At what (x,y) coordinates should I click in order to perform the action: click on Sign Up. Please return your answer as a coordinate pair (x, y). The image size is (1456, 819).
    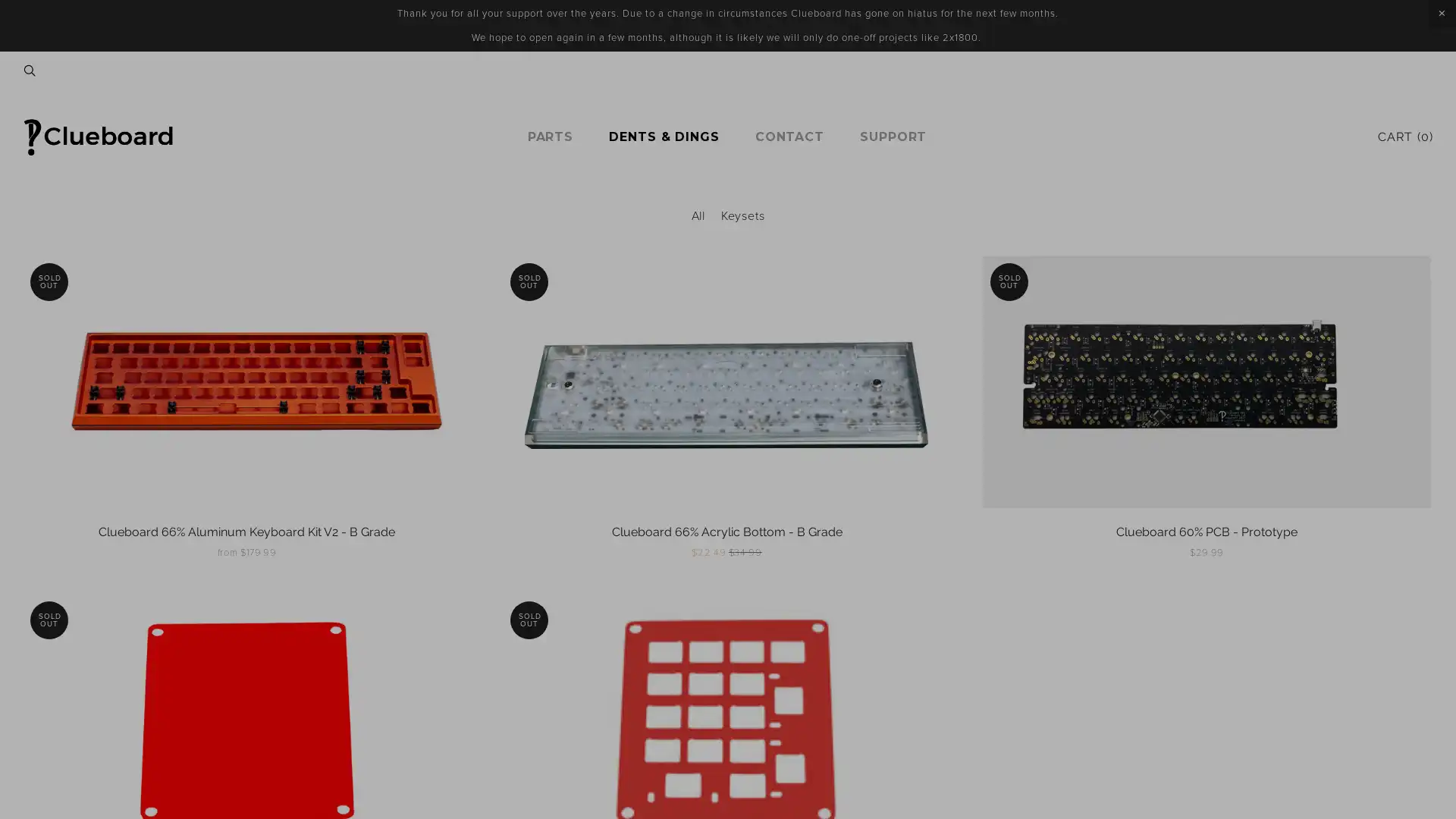
    Looking at the image, I should click on (863, 499).